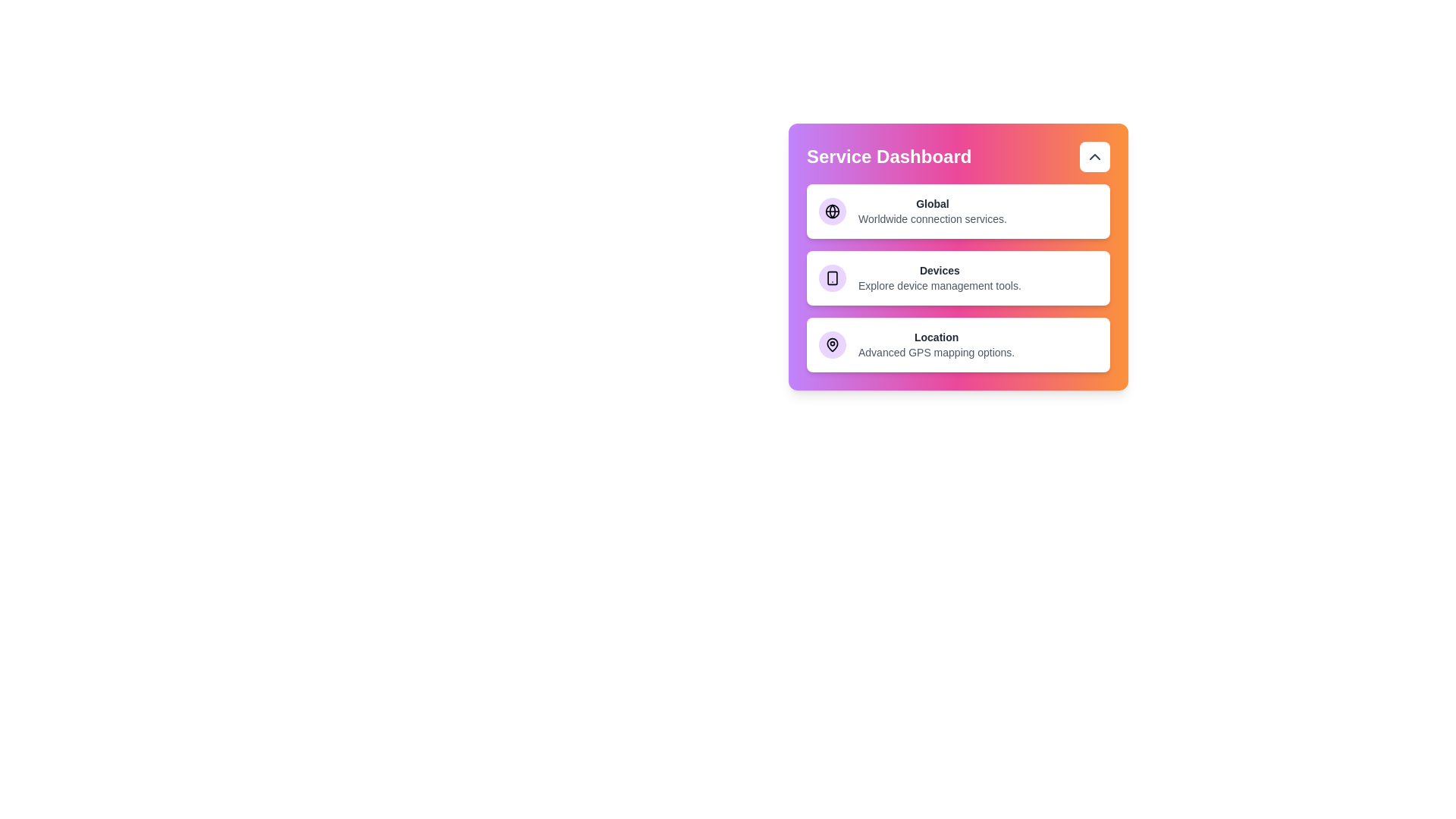 The image size is (1456, 819). Describe the element at coordinates (957, 278) in the screenshot. I see `the Devices service card to select it` at that location.